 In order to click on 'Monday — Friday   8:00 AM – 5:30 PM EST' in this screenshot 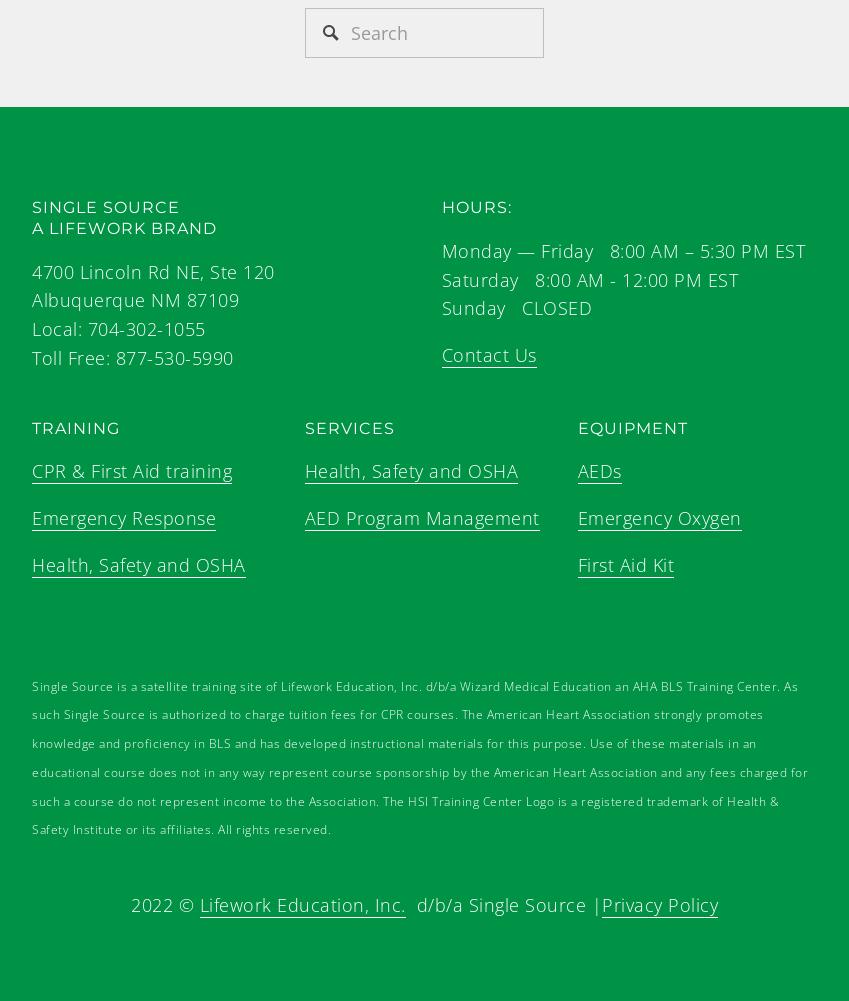, I will do `click(622, 249)`.